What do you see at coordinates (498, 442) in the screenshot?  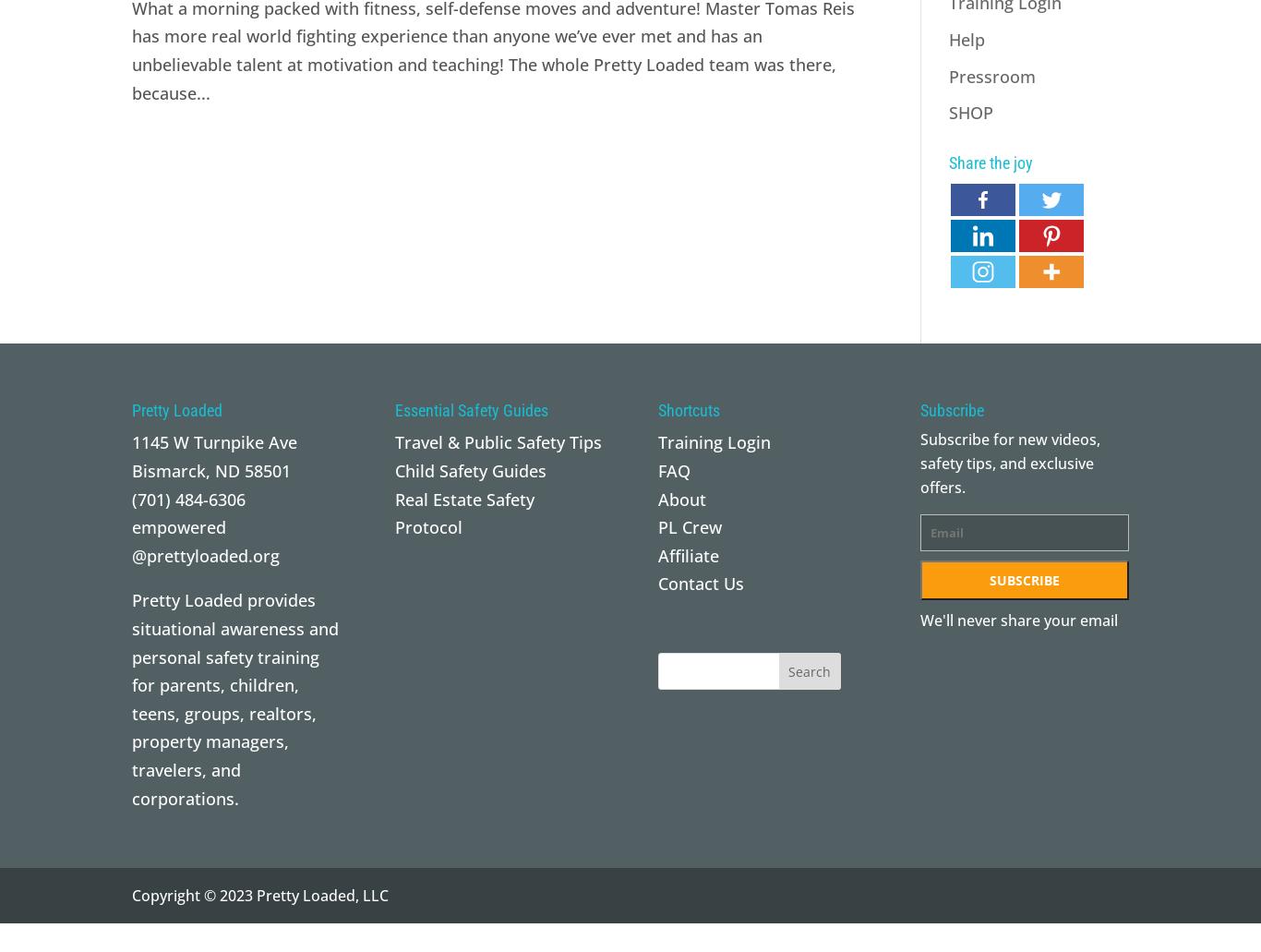 I see `'Travel & Public Safety Tips'` at bounding box center [498, 442].